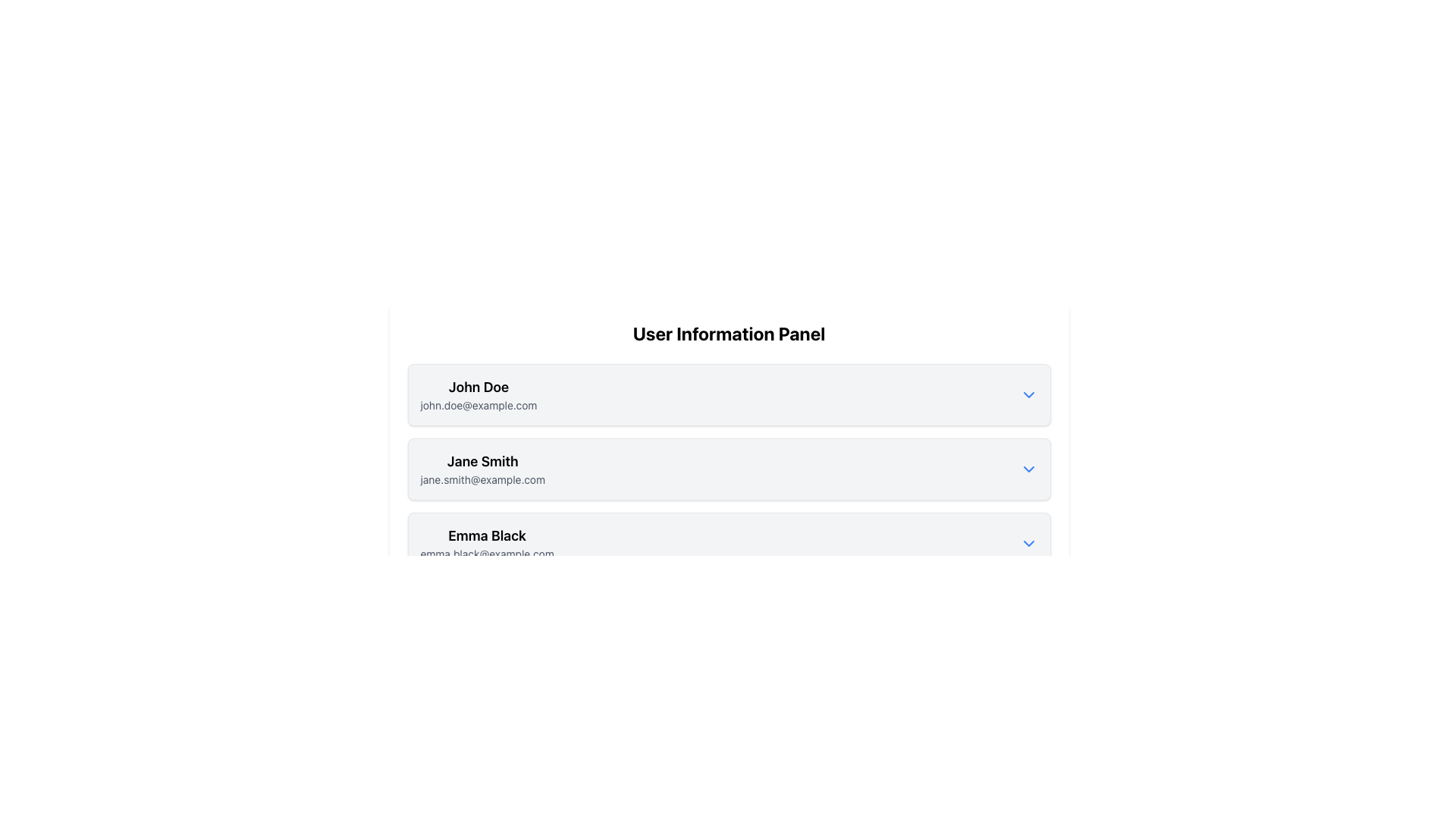 This screenshot has height=819, width=1456. Describe the element at coordinates (478, 386) in the screenshot. I see `the text label identifying the user by name located in the User Information Panel, which is positioned above the email text 'john.doe@example.com'` at that location.